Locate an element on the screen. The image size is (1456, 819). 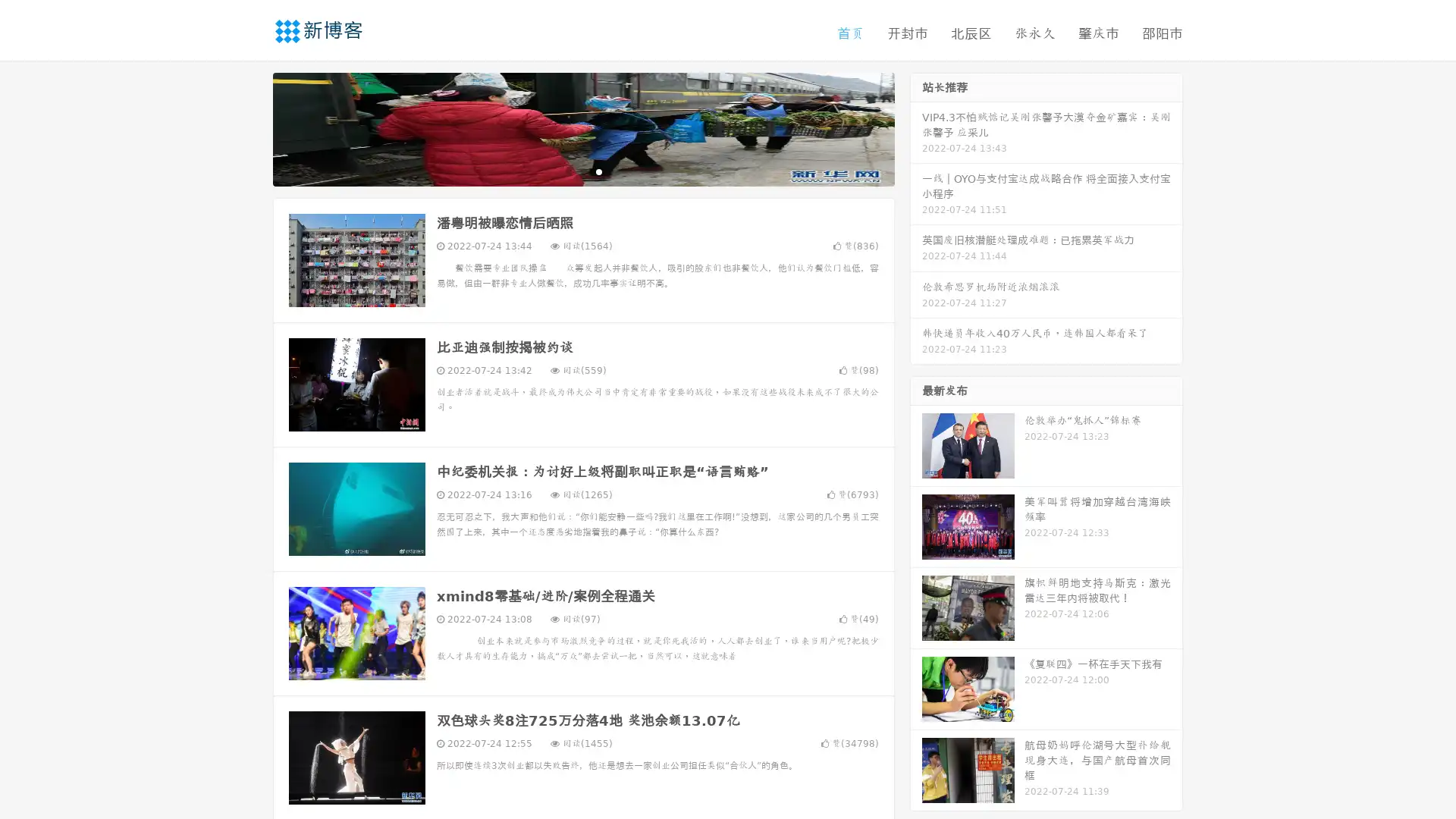
Next slide is located at coordinates (916, 127).